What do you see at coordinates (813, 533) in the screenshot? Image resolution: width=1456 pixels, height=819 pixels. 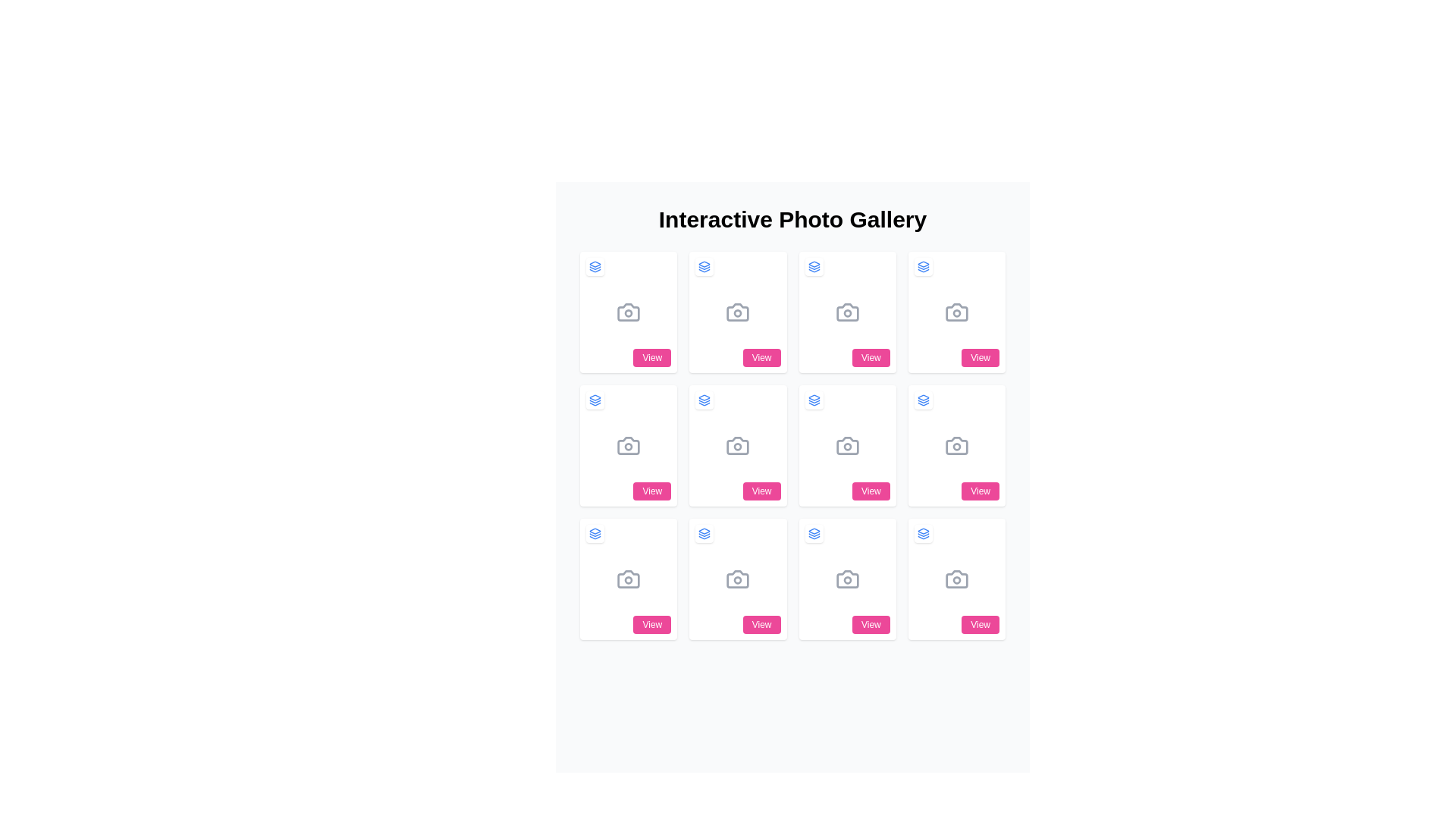 I see `the icon in the top-left corner of the card in the fifth row and second column of the 'Interactive Photo Gallery'` at bounding box center [813, 533].